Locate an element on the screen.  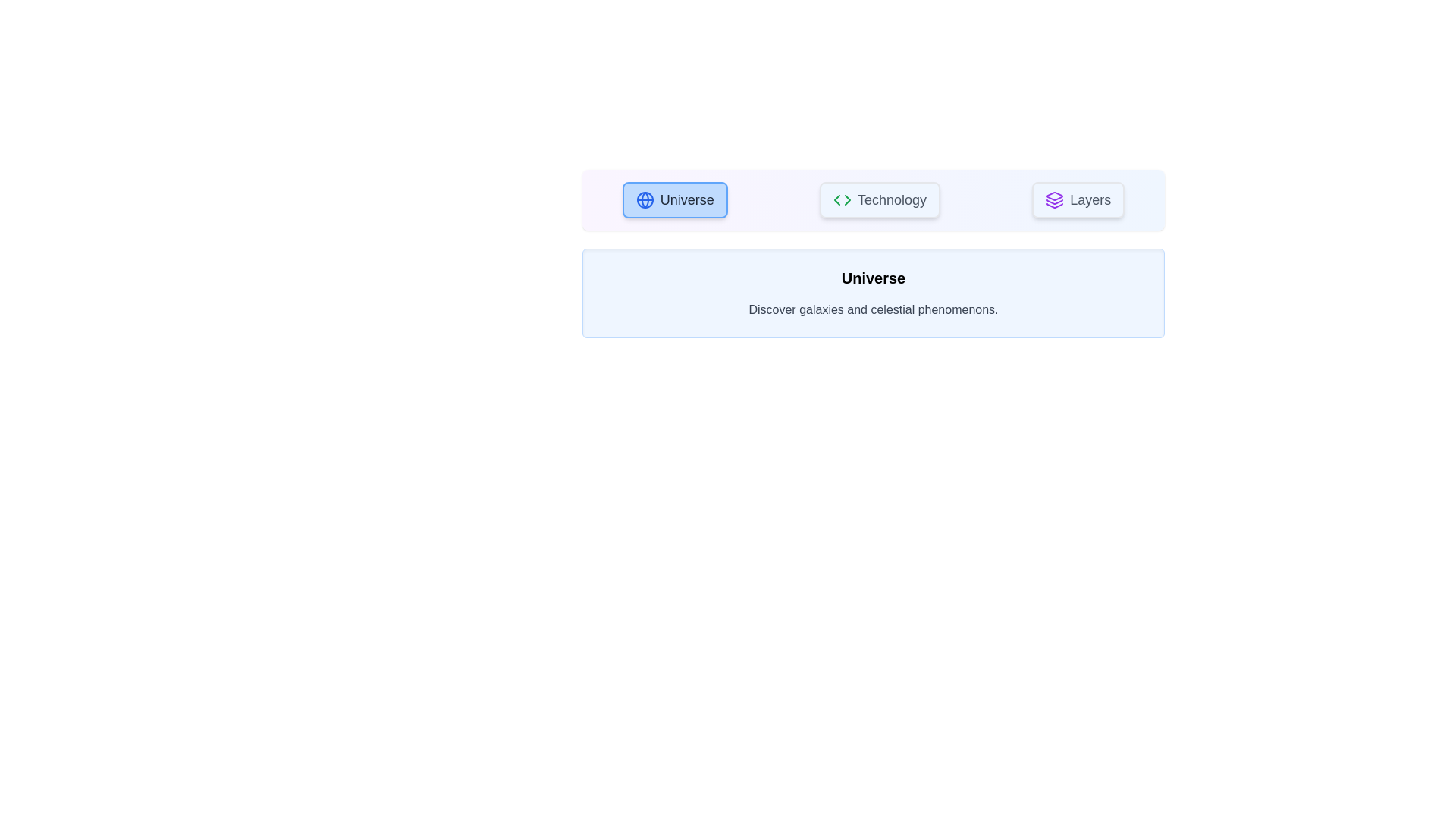
the 'Technology' tab to switch to its content is located at coordinates (880, 199).